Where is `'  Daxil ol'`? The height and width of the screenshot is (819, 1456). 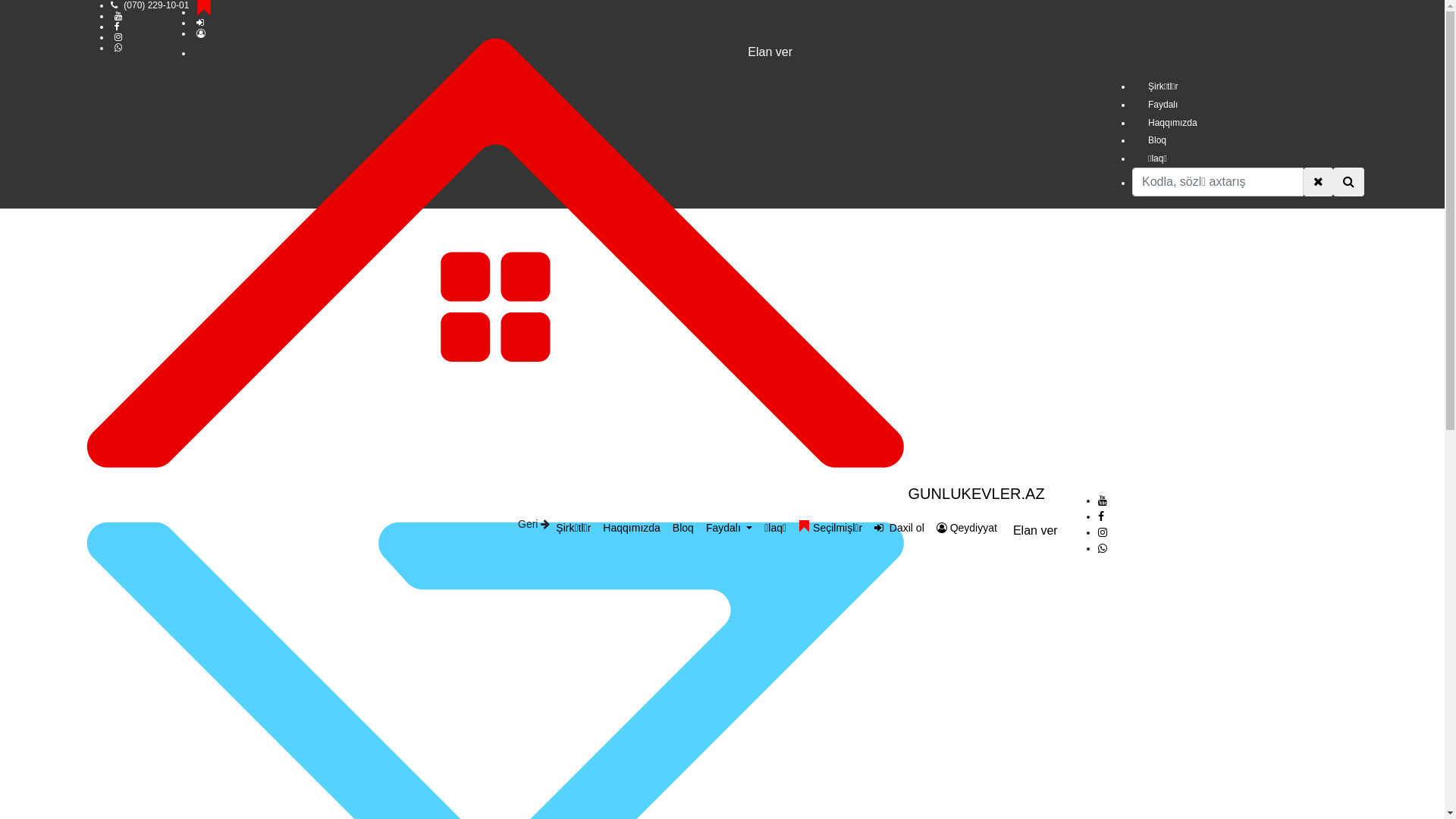 '  Daxil ol' is located at coordinates (868, 527).